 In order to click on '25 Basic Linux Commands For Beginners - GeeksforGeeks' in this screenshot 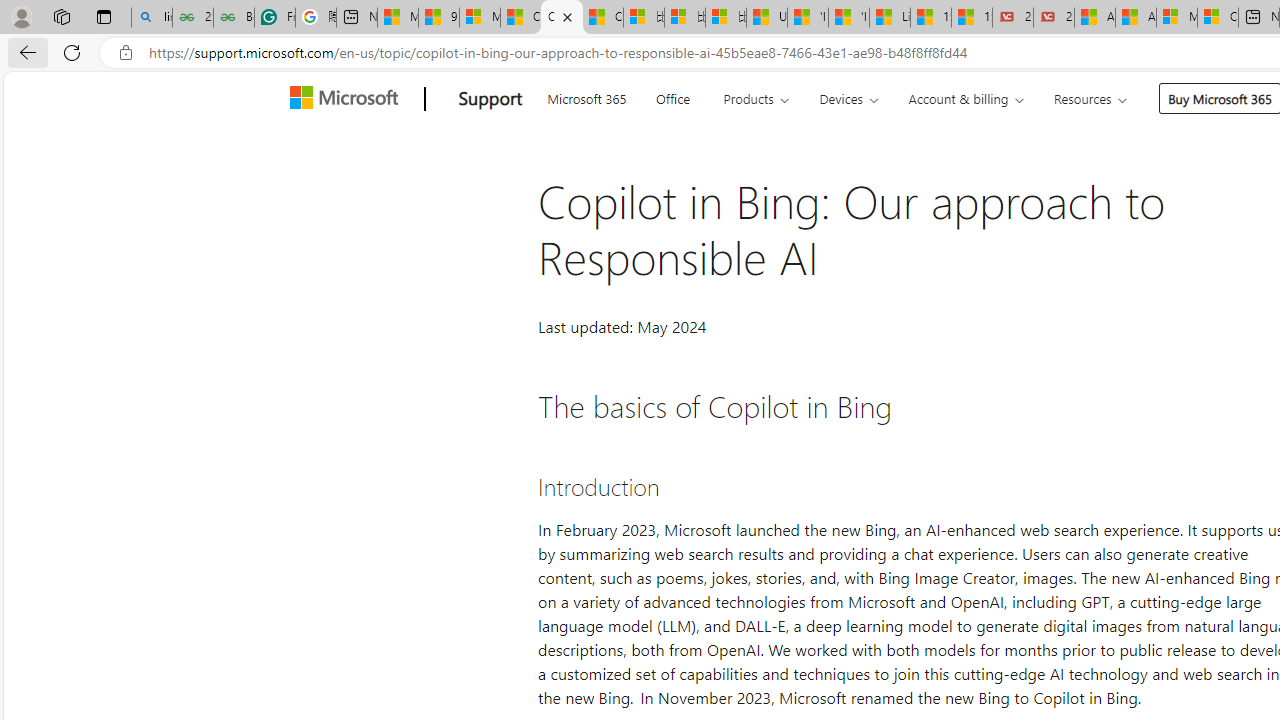, I will do `click(192, 17)`.